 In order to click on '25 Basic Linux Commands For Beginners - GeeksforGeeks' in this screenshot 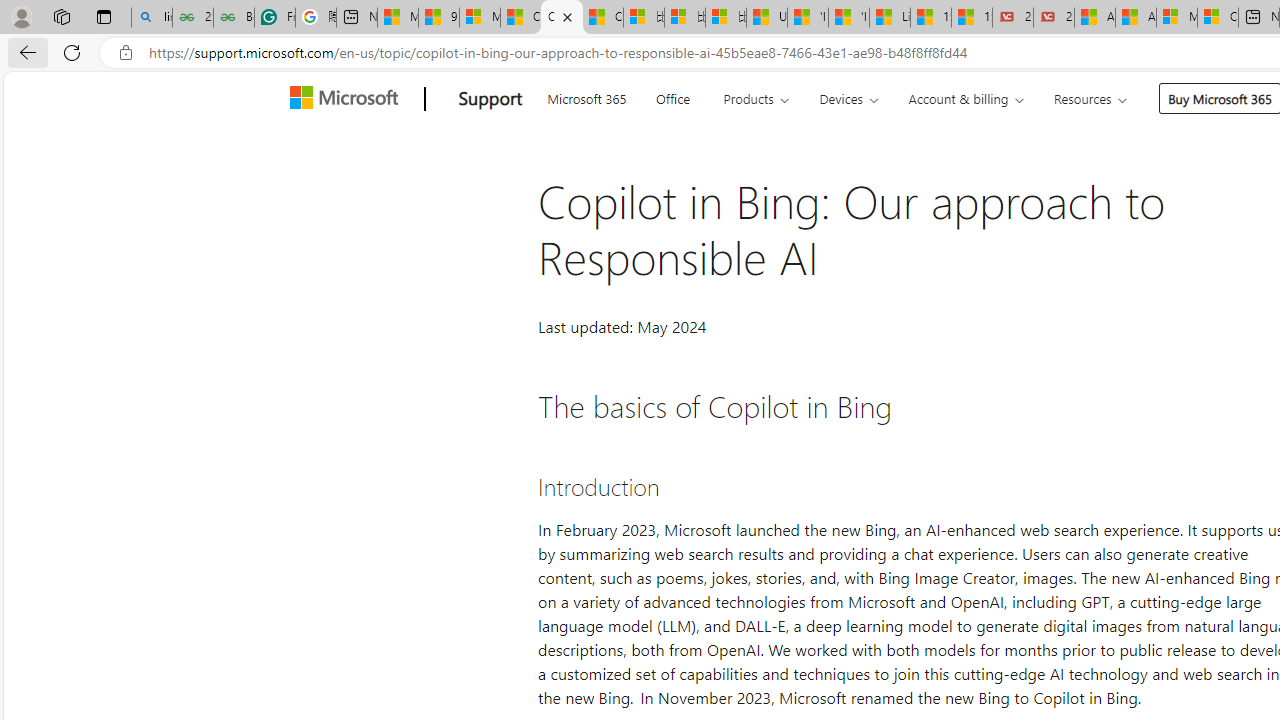, I will do `click(192, 17)`.